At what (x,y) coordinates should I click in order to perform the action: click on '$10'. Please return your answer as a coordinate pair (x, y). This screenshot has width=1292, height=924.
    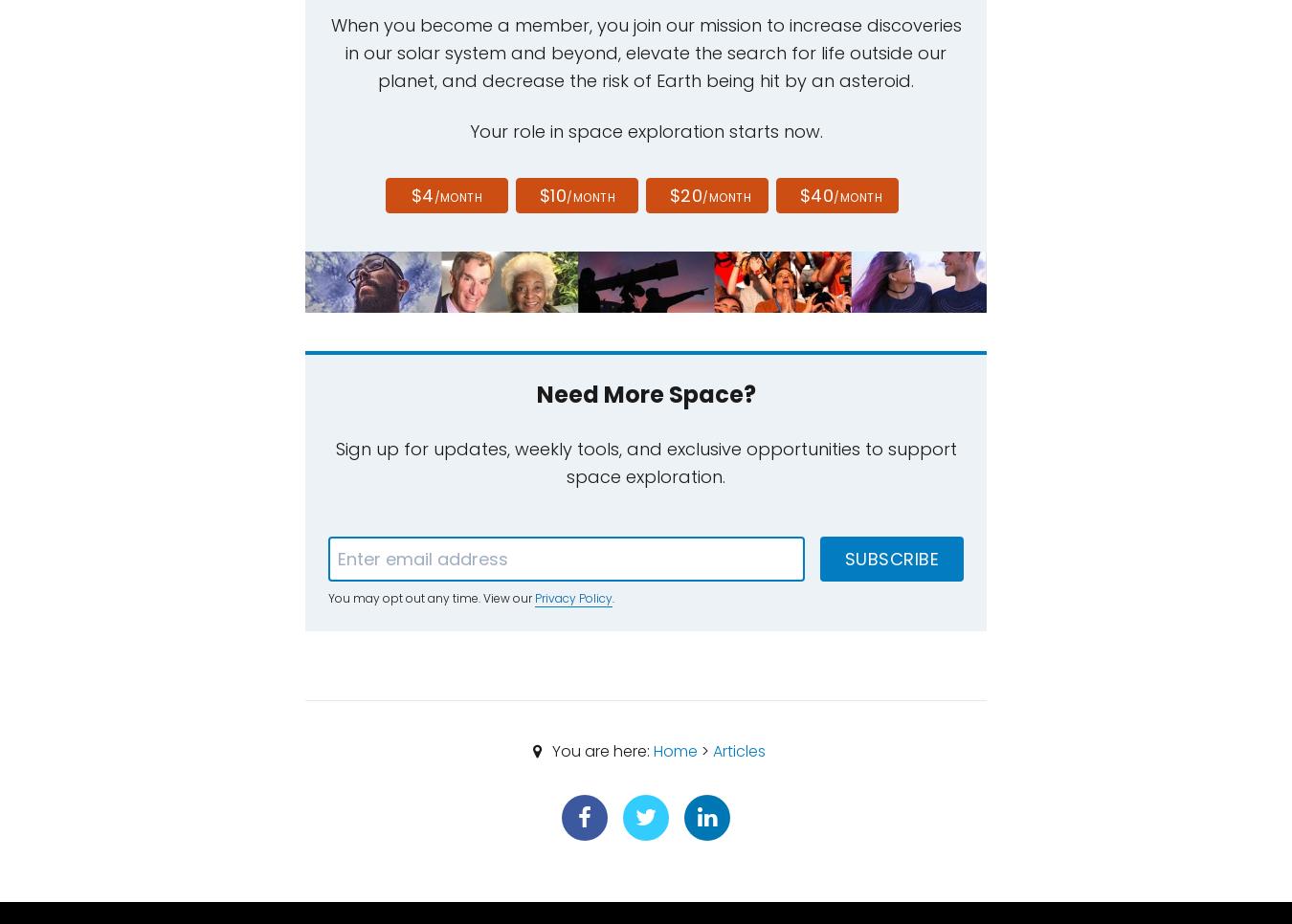
    Looking at the image, I should click on (552, 194).